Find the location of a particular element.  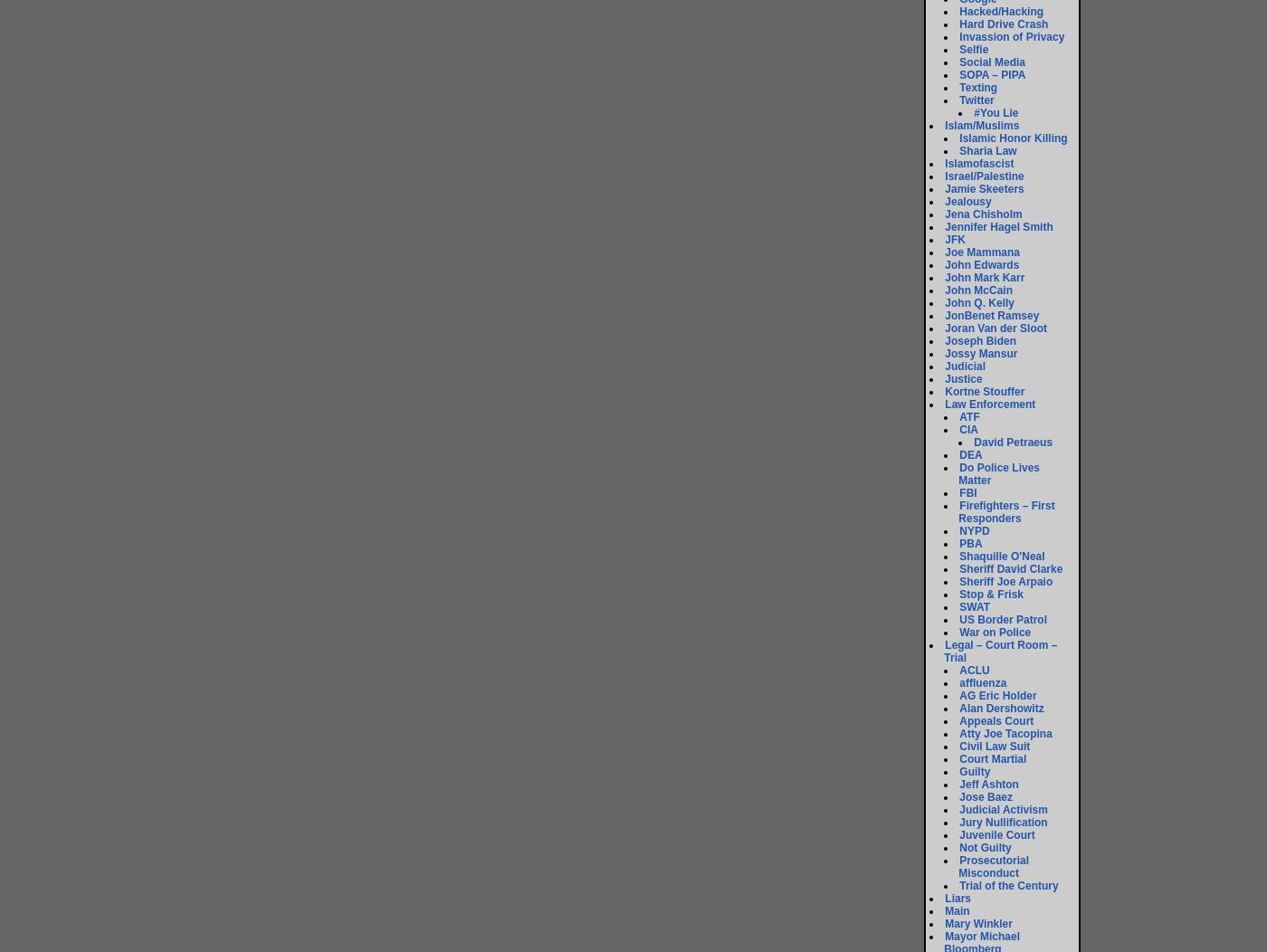

'Jealousy' is located at coordinates (967, 201).